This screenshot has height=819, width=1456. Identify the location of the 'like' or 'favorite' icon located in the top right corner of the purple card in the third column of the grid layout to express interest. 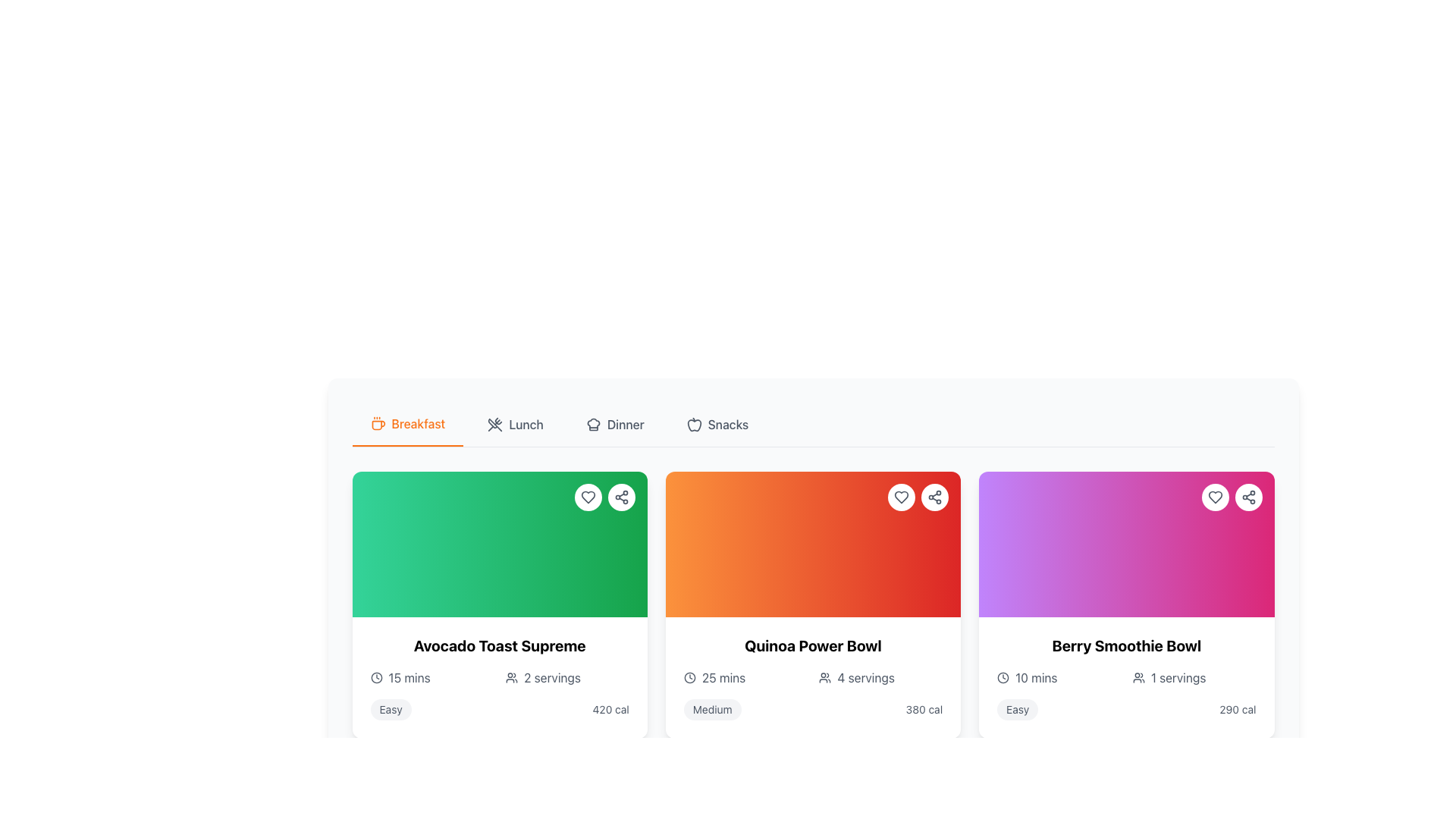
(1215, 497).